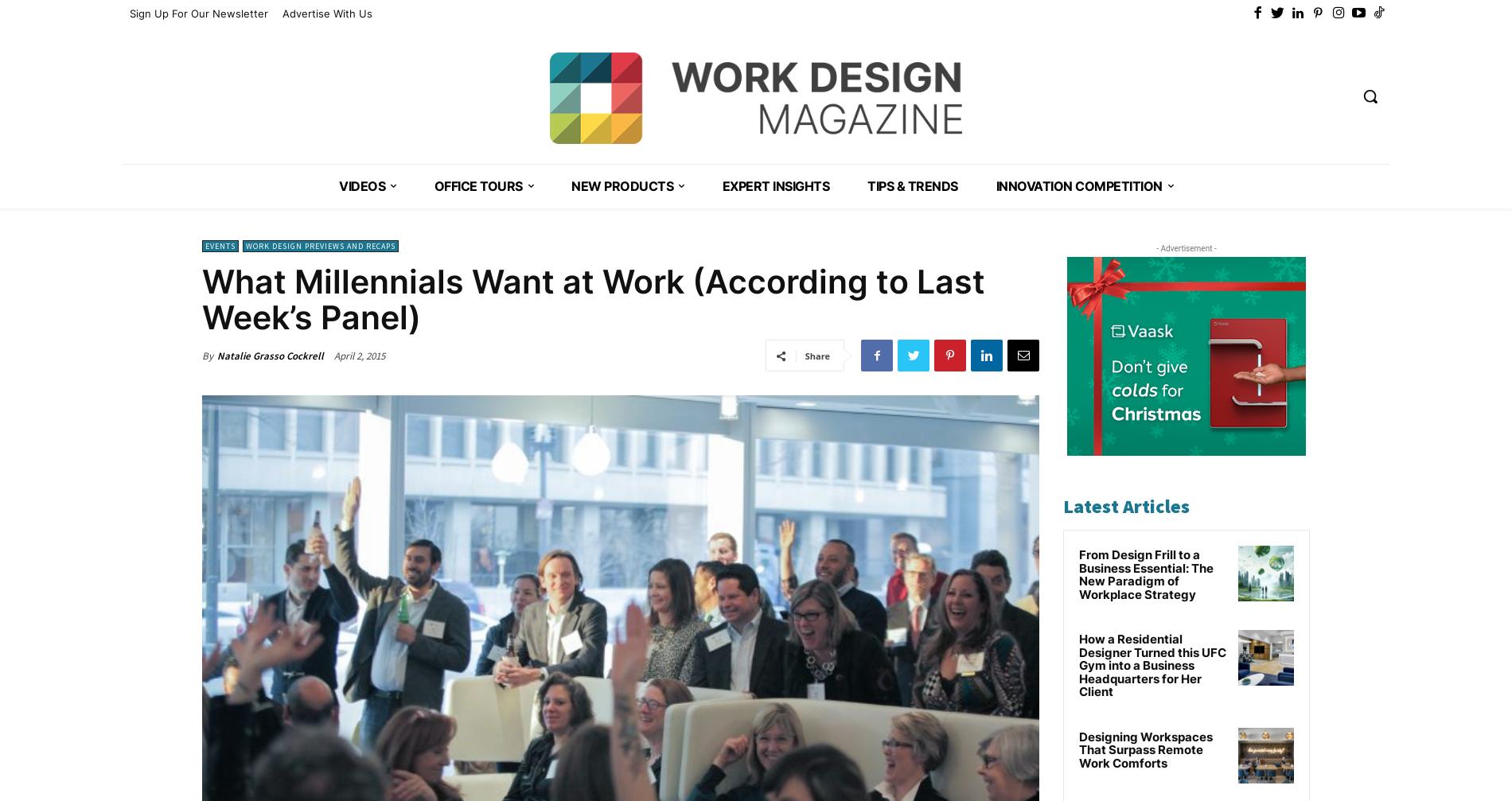  Describe the element at coordinates (912, 186) in the screenshot. I see `'Tips & Trends'` at that location.